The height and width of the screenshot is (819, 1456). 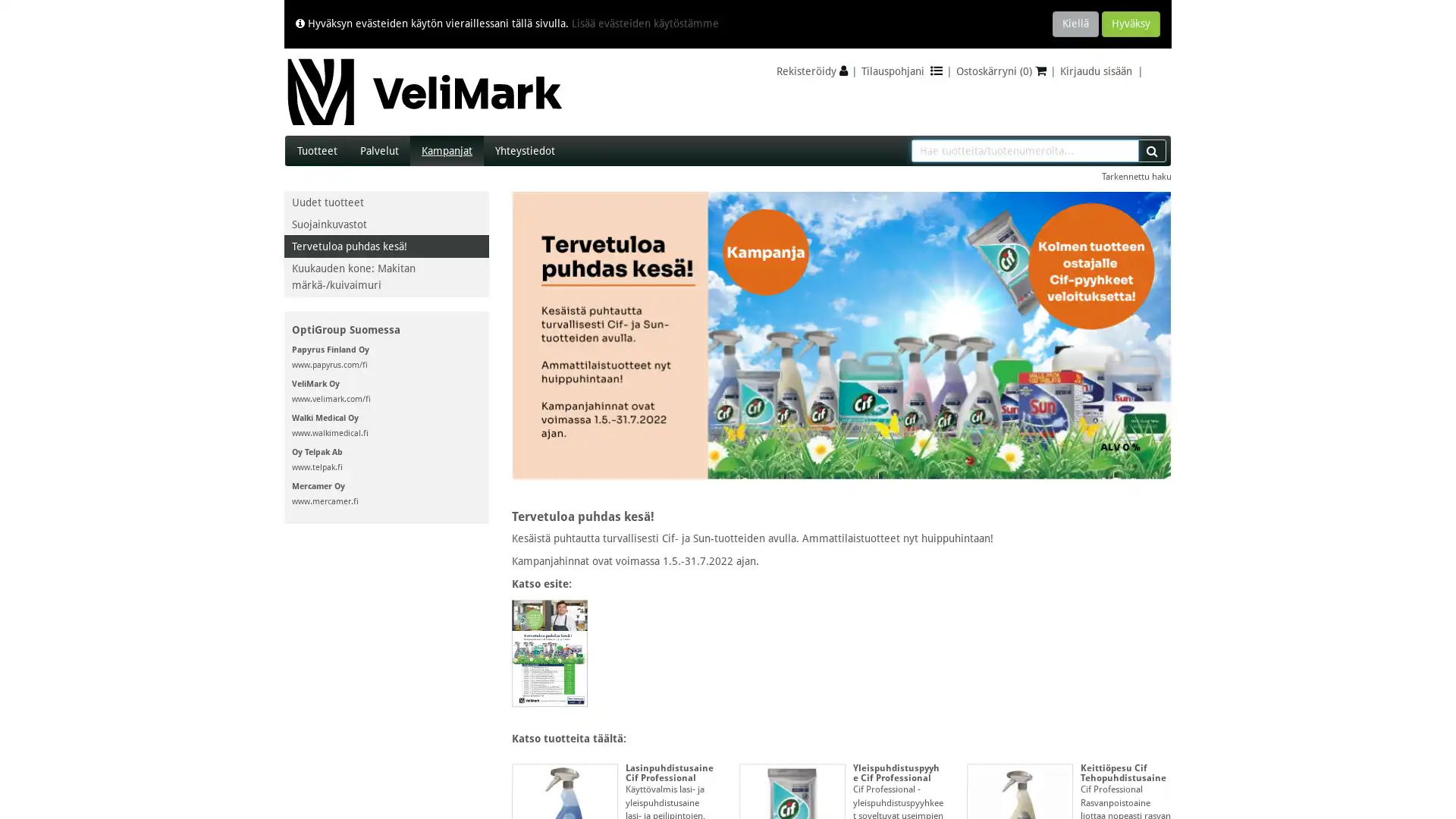 I want to click on Kiella, so click(x=1075, y=24).